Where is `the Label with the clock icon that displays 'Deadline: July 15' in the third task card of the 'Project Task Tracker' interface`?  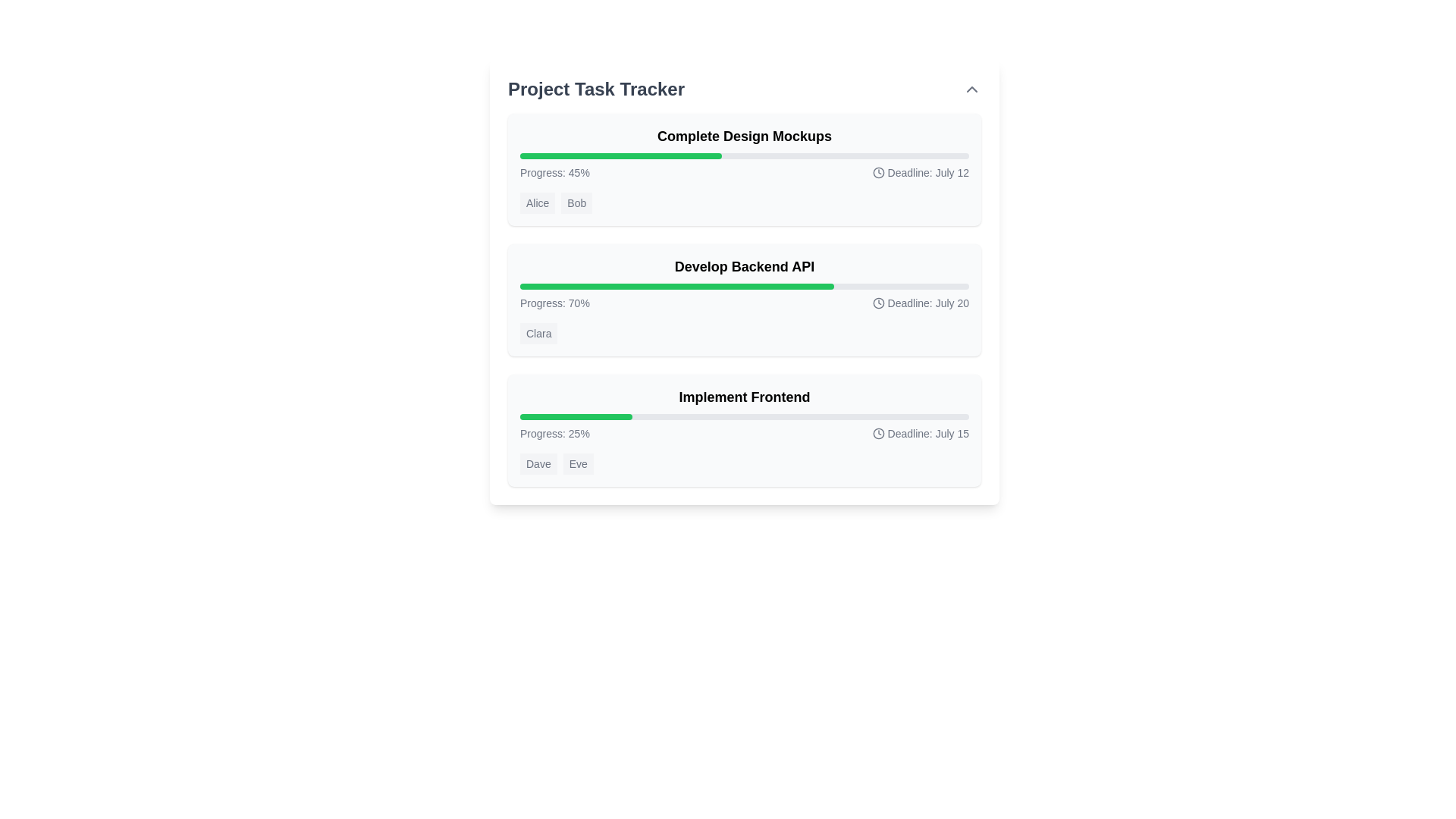 the Label with the clock icon that displays 'Deadline: July 15' in the third task card of the 'Project Task Tracker' interface is located at coordinates (920, 433).